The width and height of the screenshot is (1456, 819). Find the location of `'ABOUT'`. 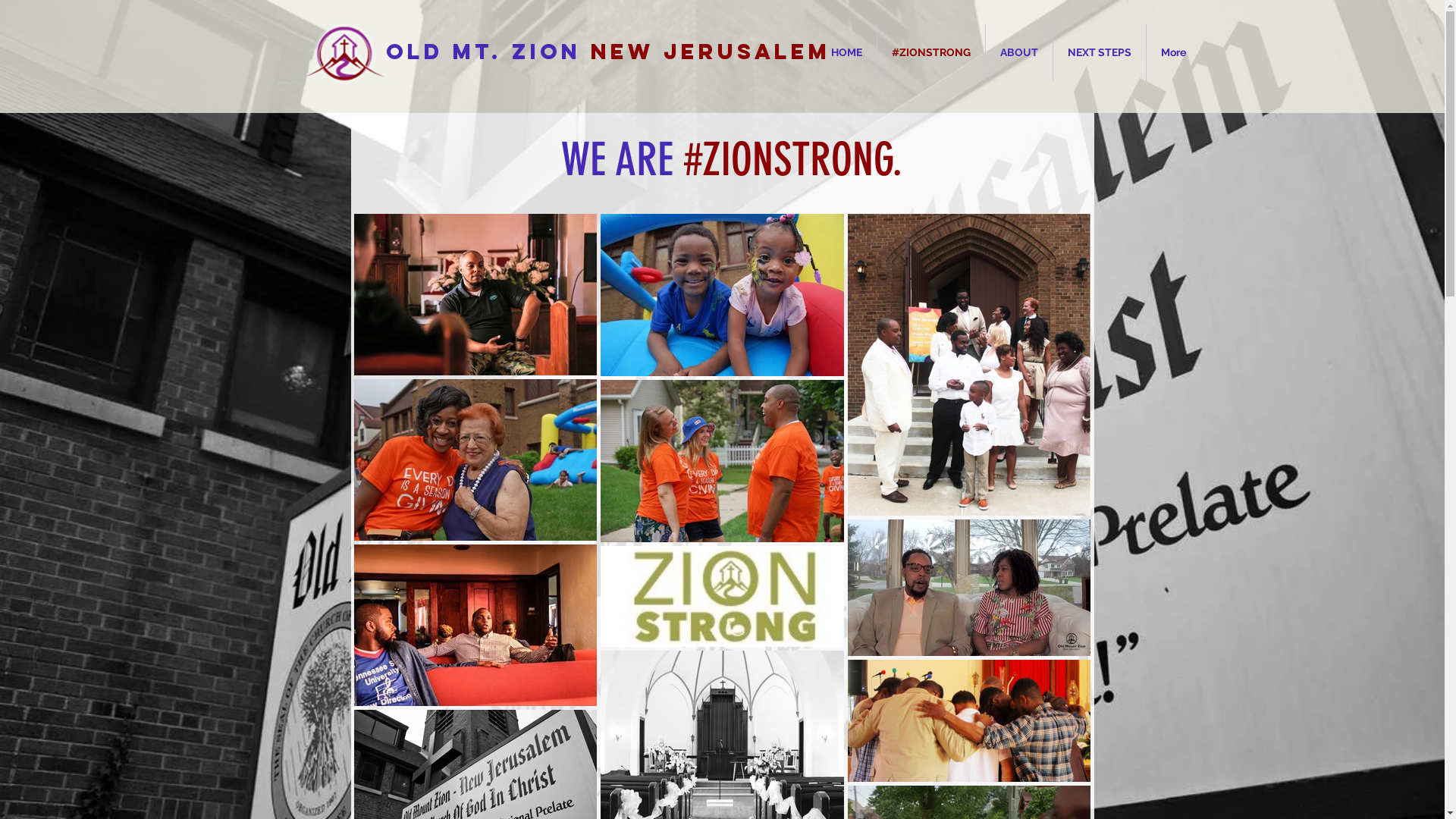

'ABOUT' is located at coordinates (1019, 52).